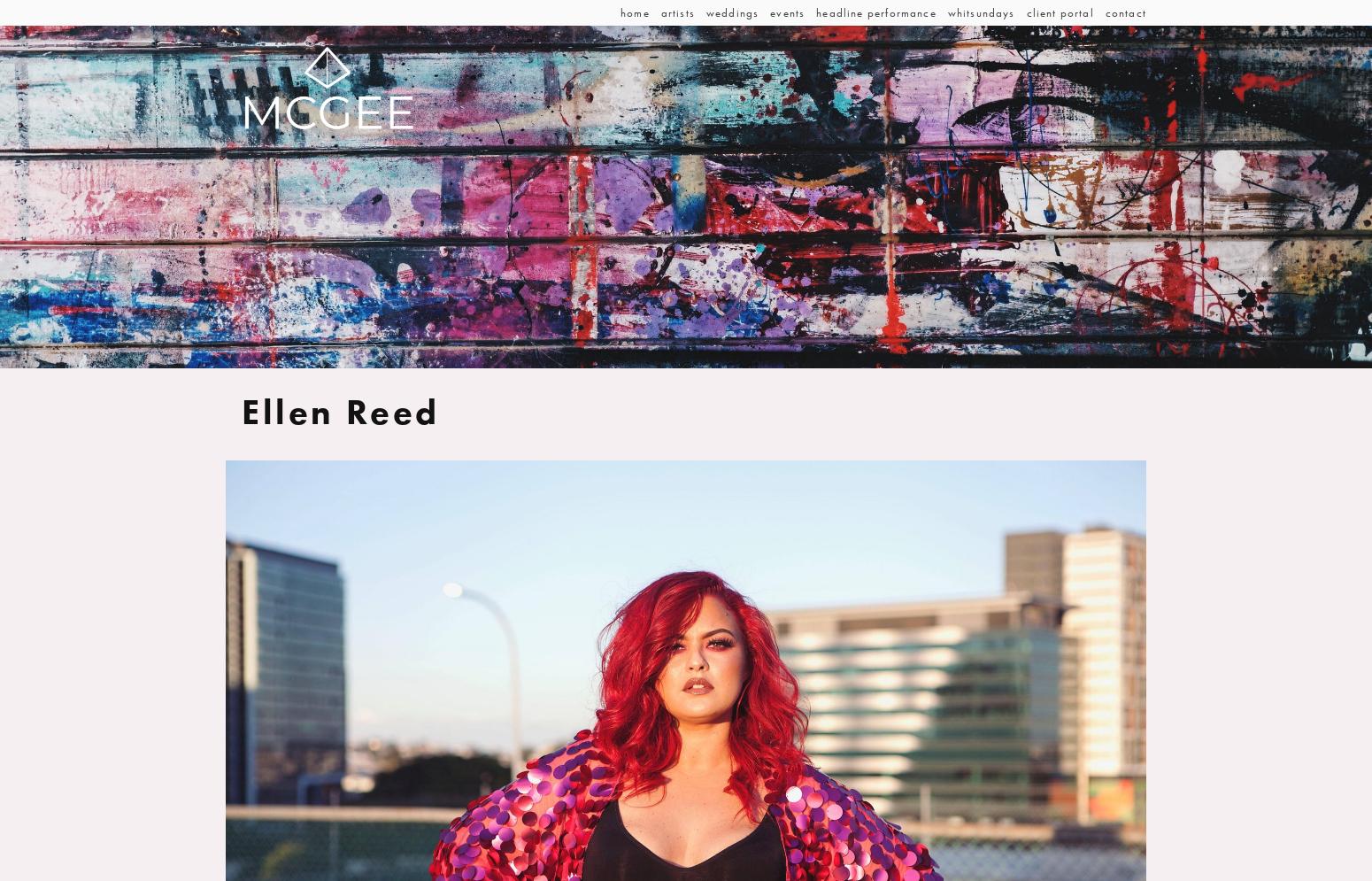 Image resolution: width=1372 pixels, height=881 pixels. Describe the element at coordinates (875, 12) in the screenshot. I see `'Headline Performance'` at that location.